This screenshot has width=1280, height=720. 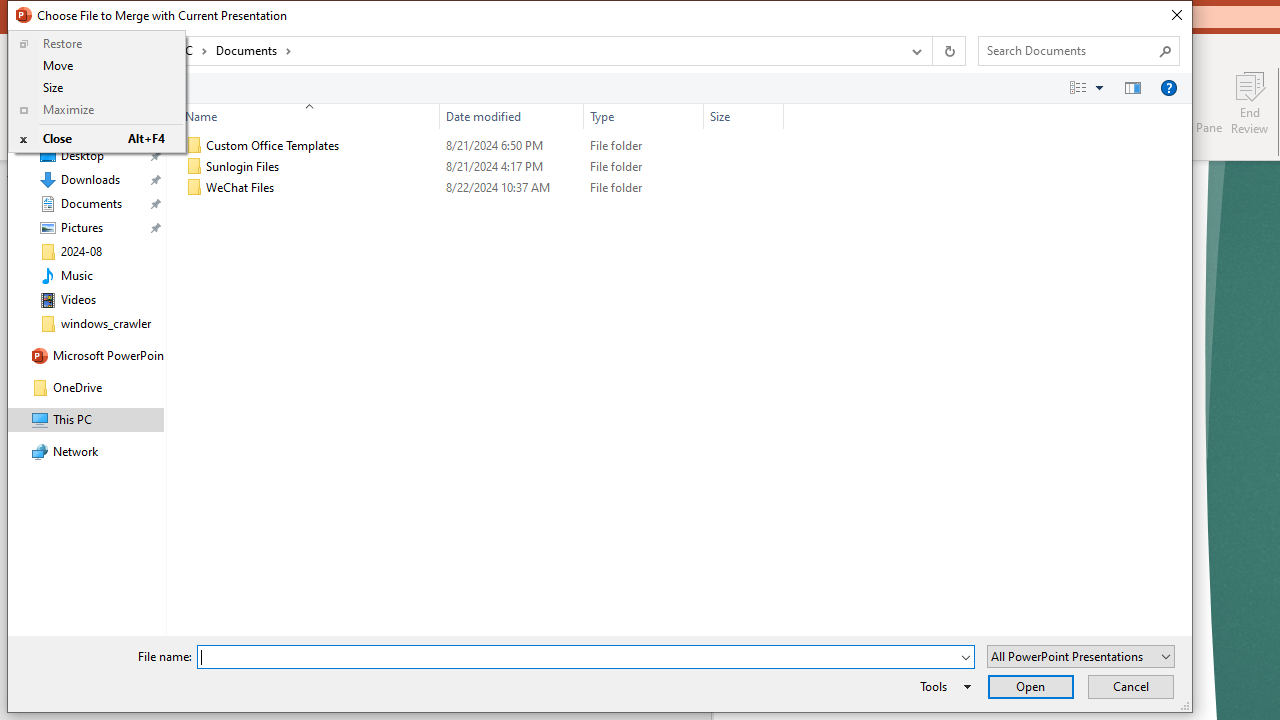 What do you see at coordinates (96, 43) in the screenshot?
I see `'Restore'` at bounding box center [96, 43].